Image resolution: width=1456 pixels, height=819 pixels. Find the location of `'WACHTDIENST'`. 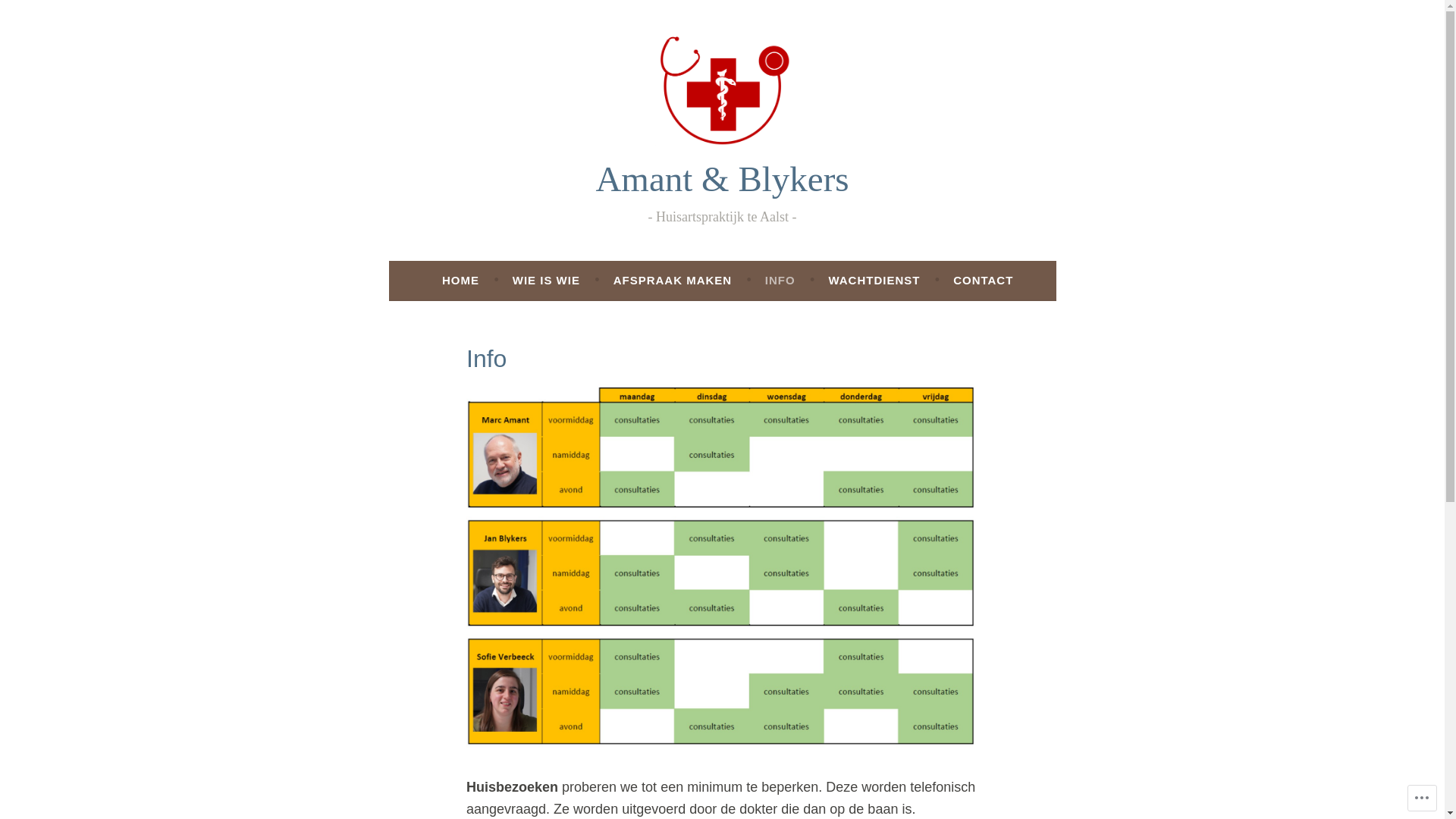

'WACHTDIENST' is located at coordinates (874, 281).